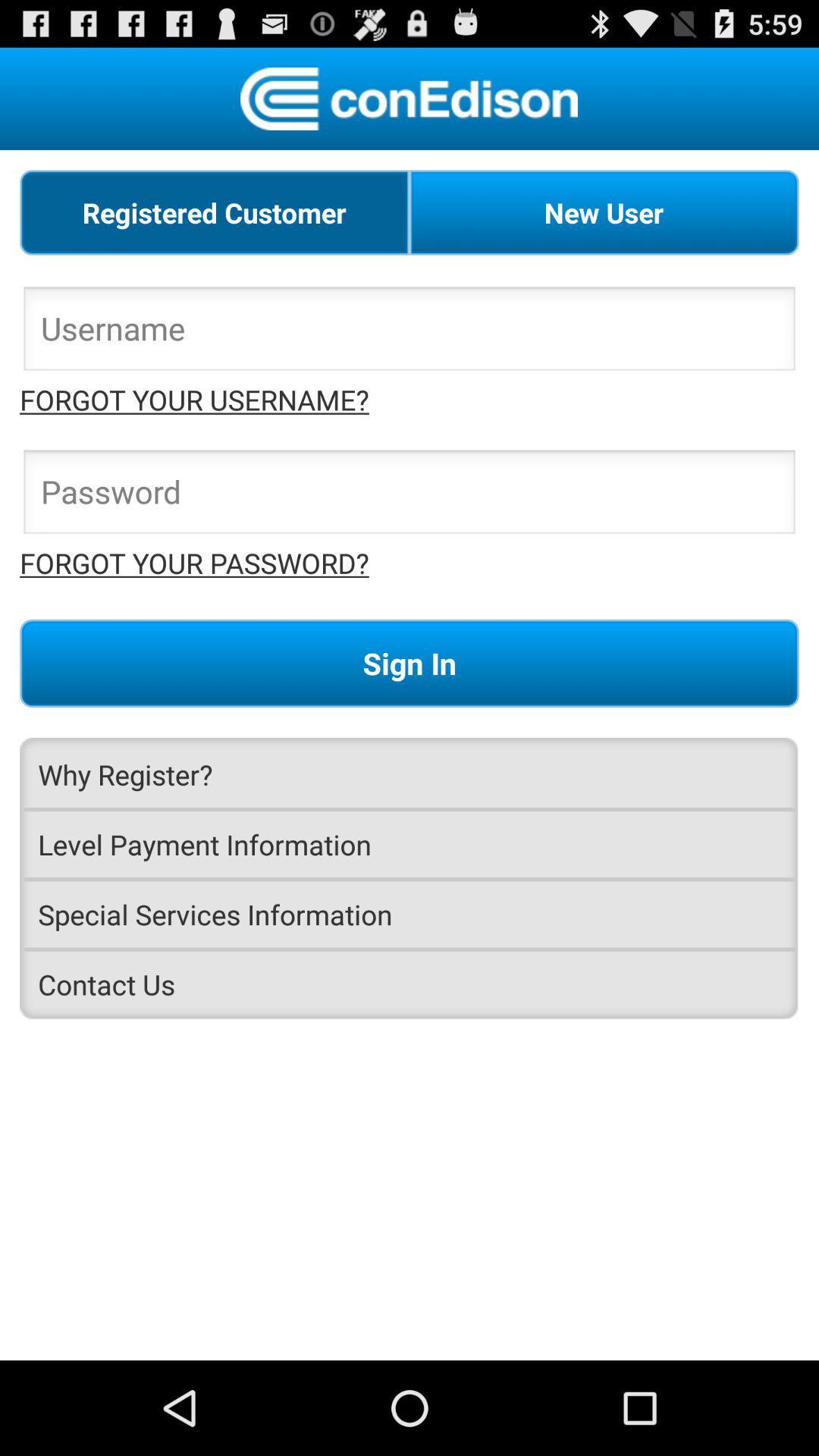 The width and height of the screenshot is (819, 1456). Describe the element at coordinates (603, 212) in the screenshot. I see `the new user at the top right corner` at that location.